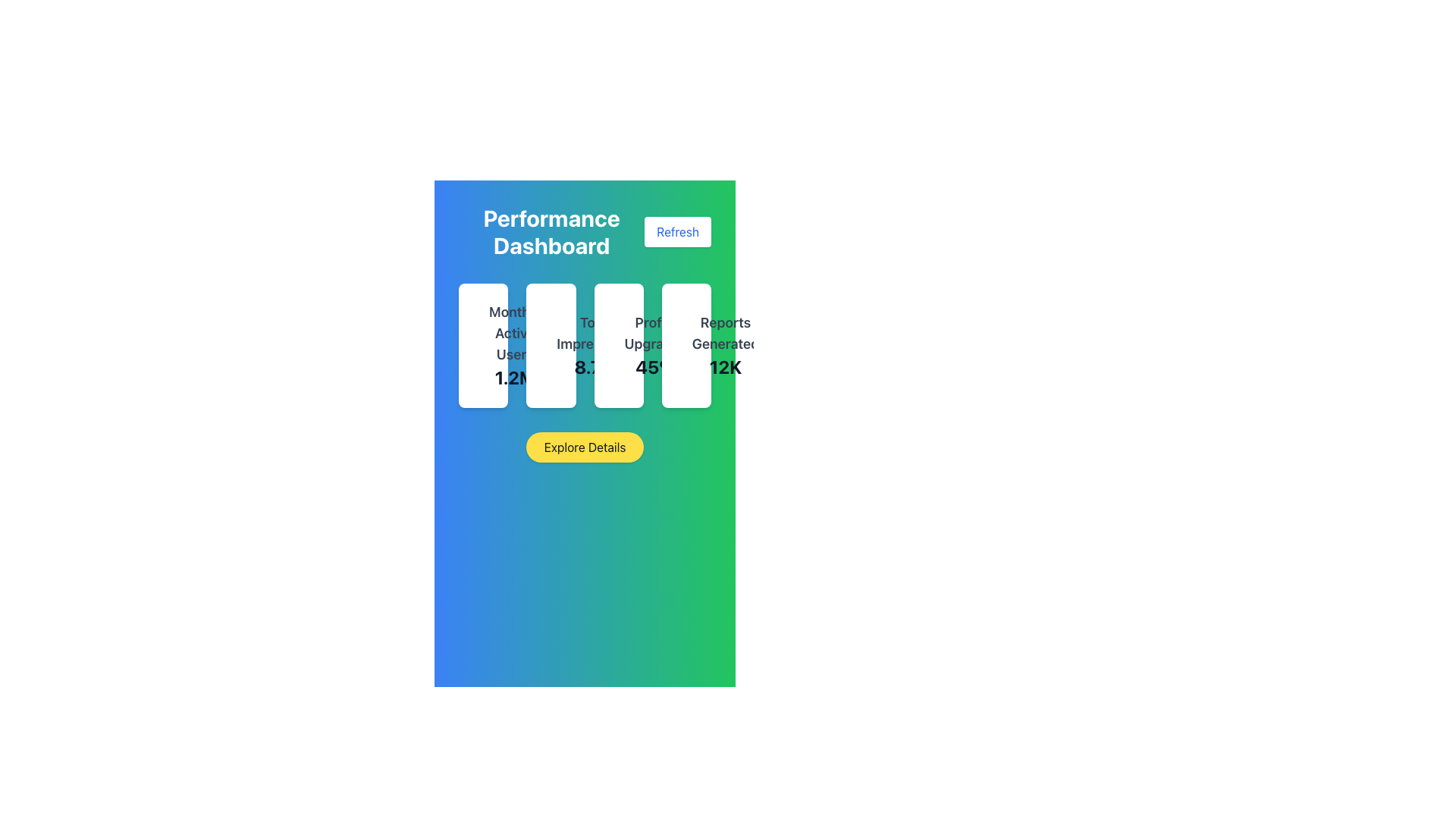 The image size is (1456, 819). I want to click on the refresh button in the top-right corner of the performance dashboard, so click(677, 231).